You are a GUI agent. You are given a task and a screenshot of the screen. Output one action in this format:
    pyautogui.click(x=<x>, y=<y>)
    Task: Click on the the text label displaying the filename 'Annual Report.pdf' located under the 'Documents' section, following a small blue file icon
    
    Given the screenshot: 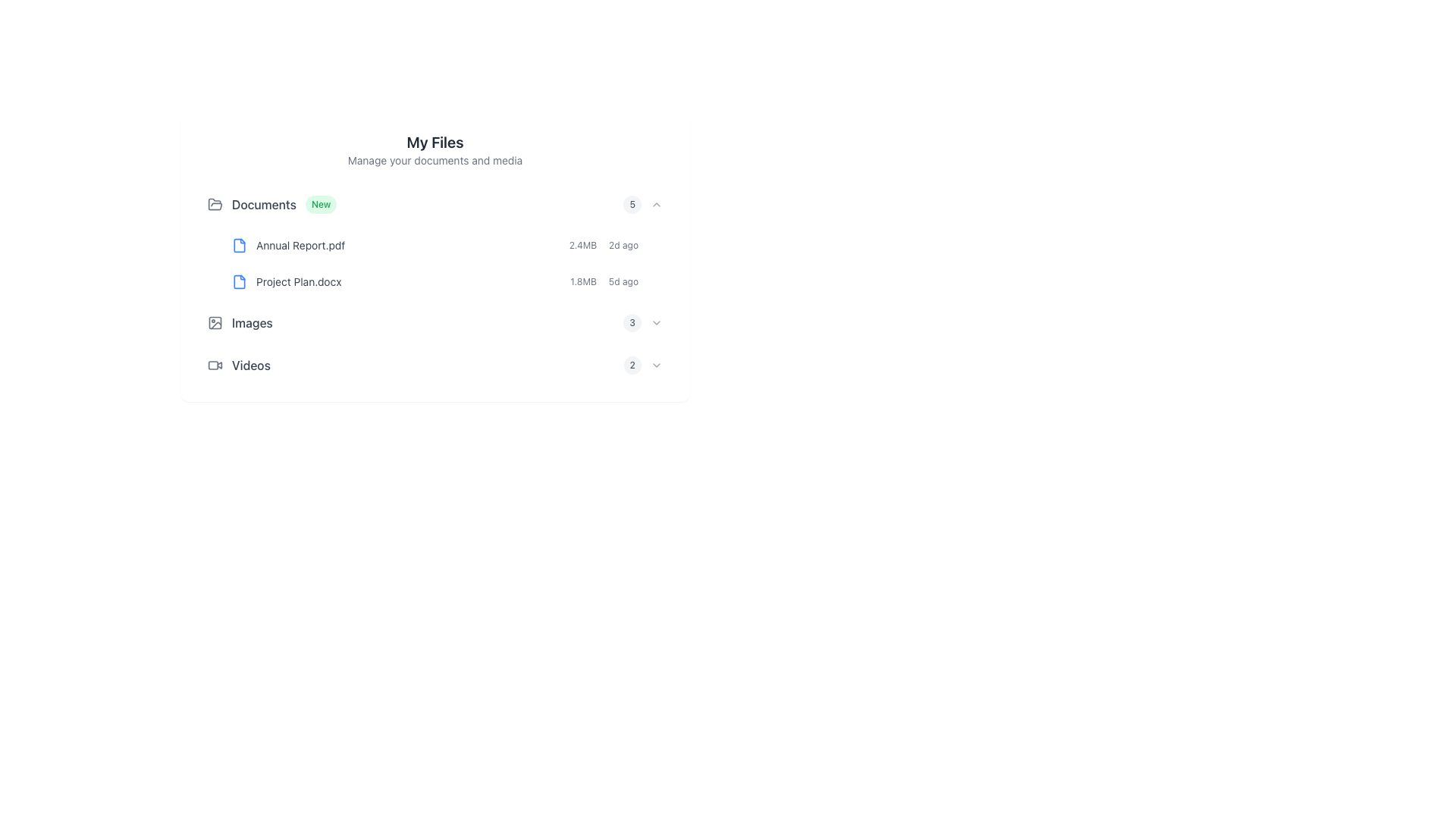 What is the action you would take?
    pyautogui.click(x=300, y=245)
    